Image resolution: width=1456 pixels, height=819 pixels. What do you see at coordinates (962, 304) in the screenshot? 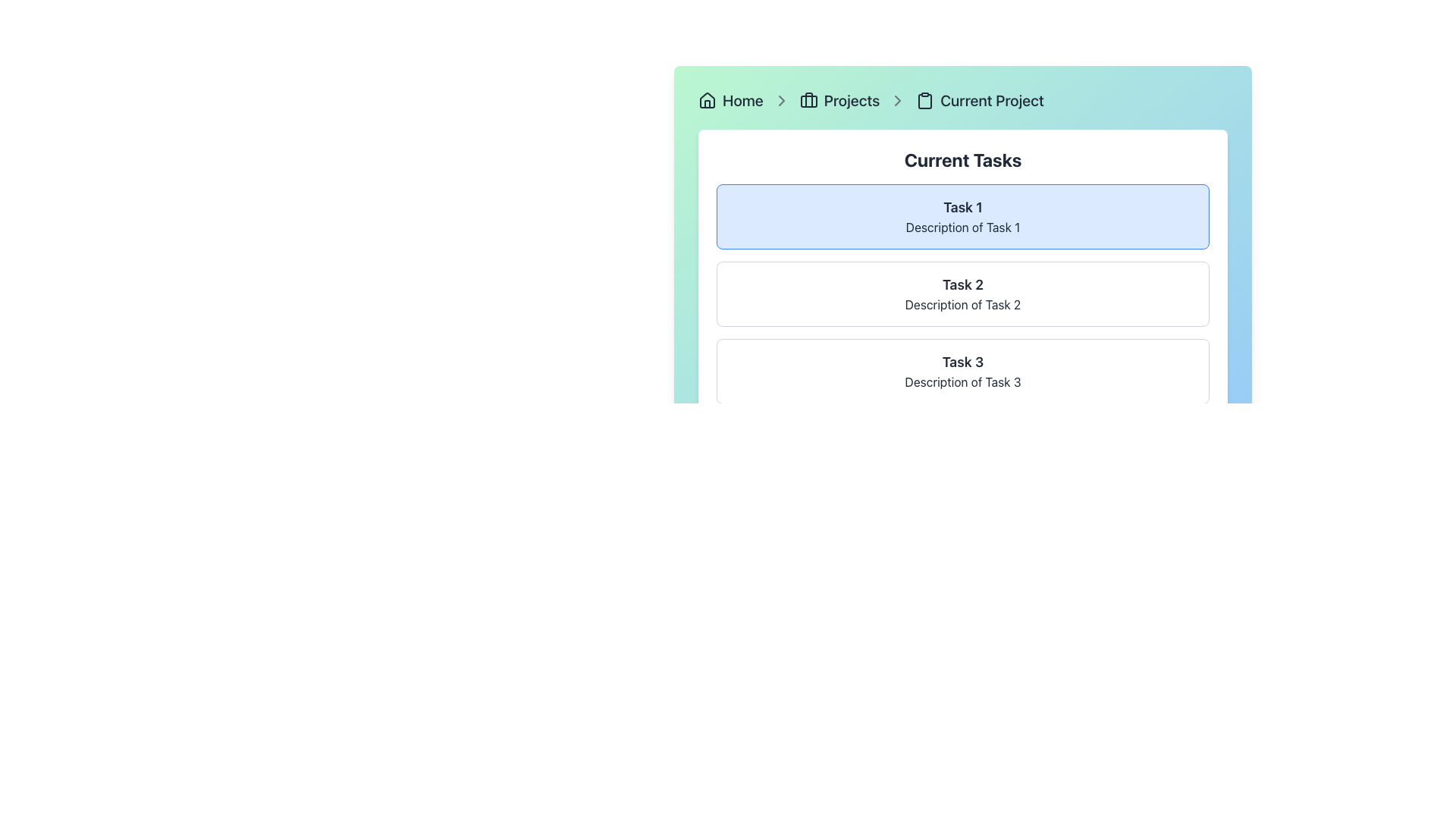
I see `the text label that reads 'Description of Task 2', which is positioned below the title 'Task 2' in the second card of a vertical list` at bounding box center [962, 304].